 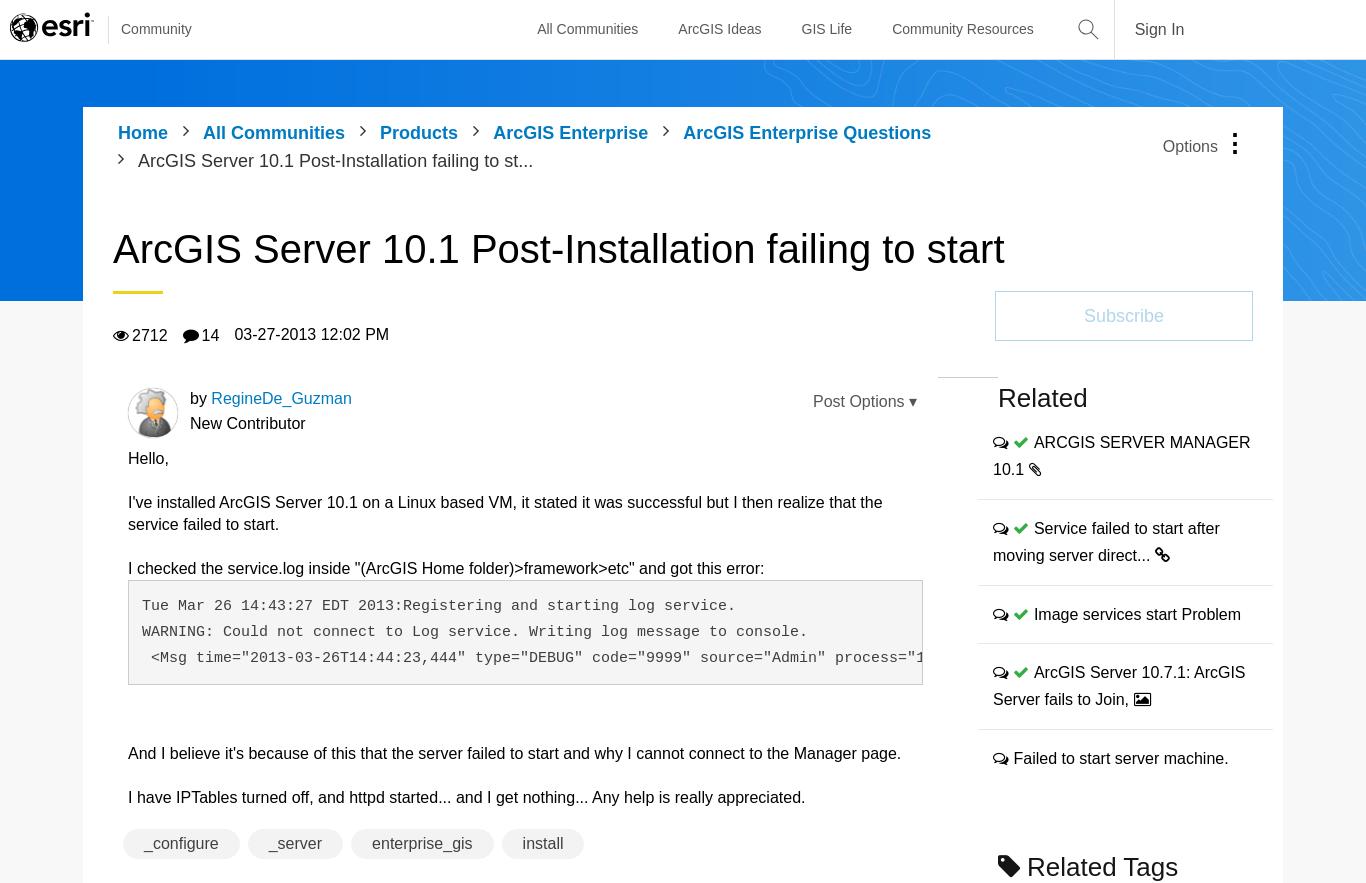 I want to click on 'ArcGIS Server 10.1 Post-Installation failing to start', so click(x=112, y=248).